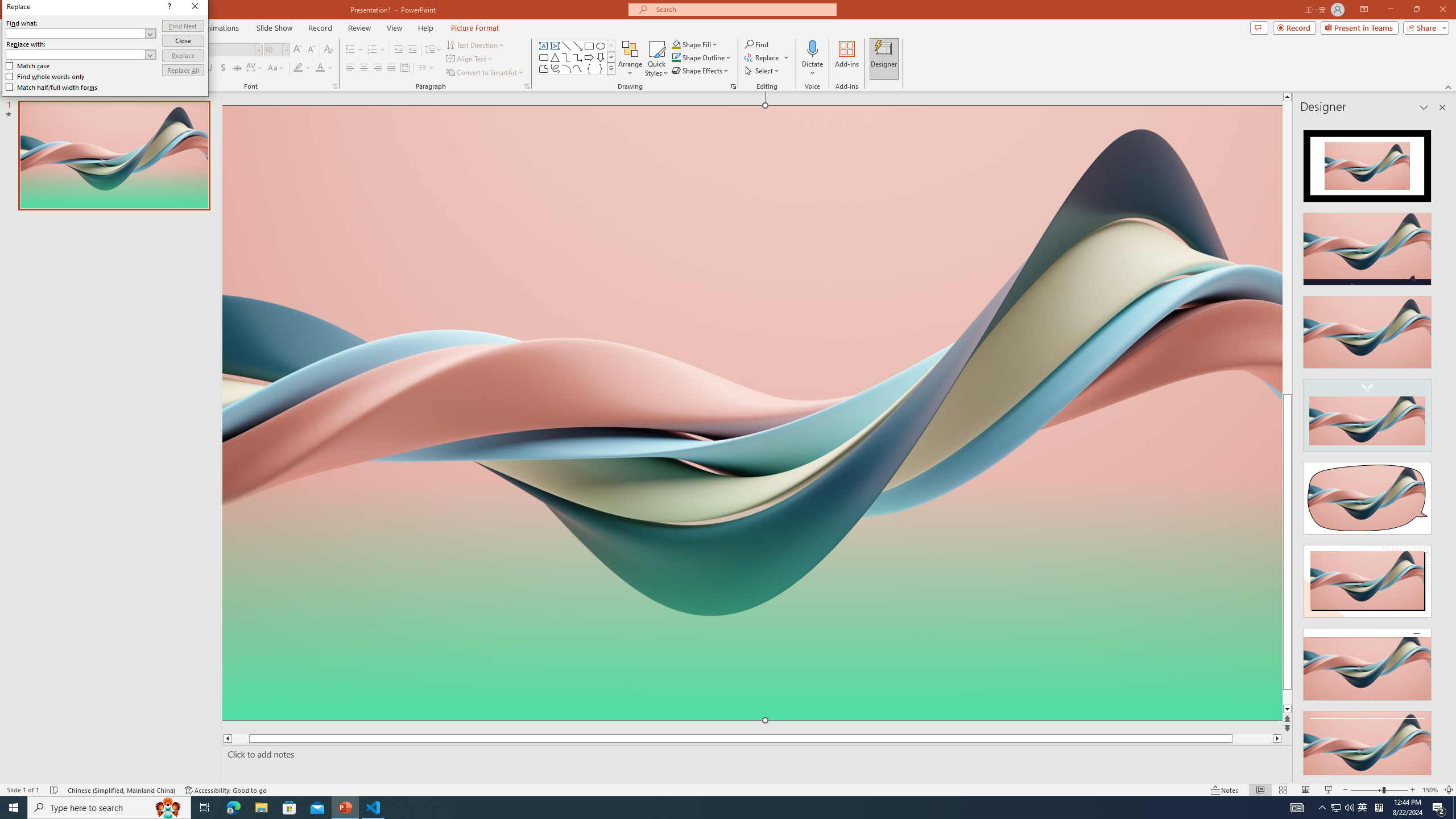 The width and height of the screenshot is (1456, 819). I want to click on 'Font Color Red', so click(320, 67).